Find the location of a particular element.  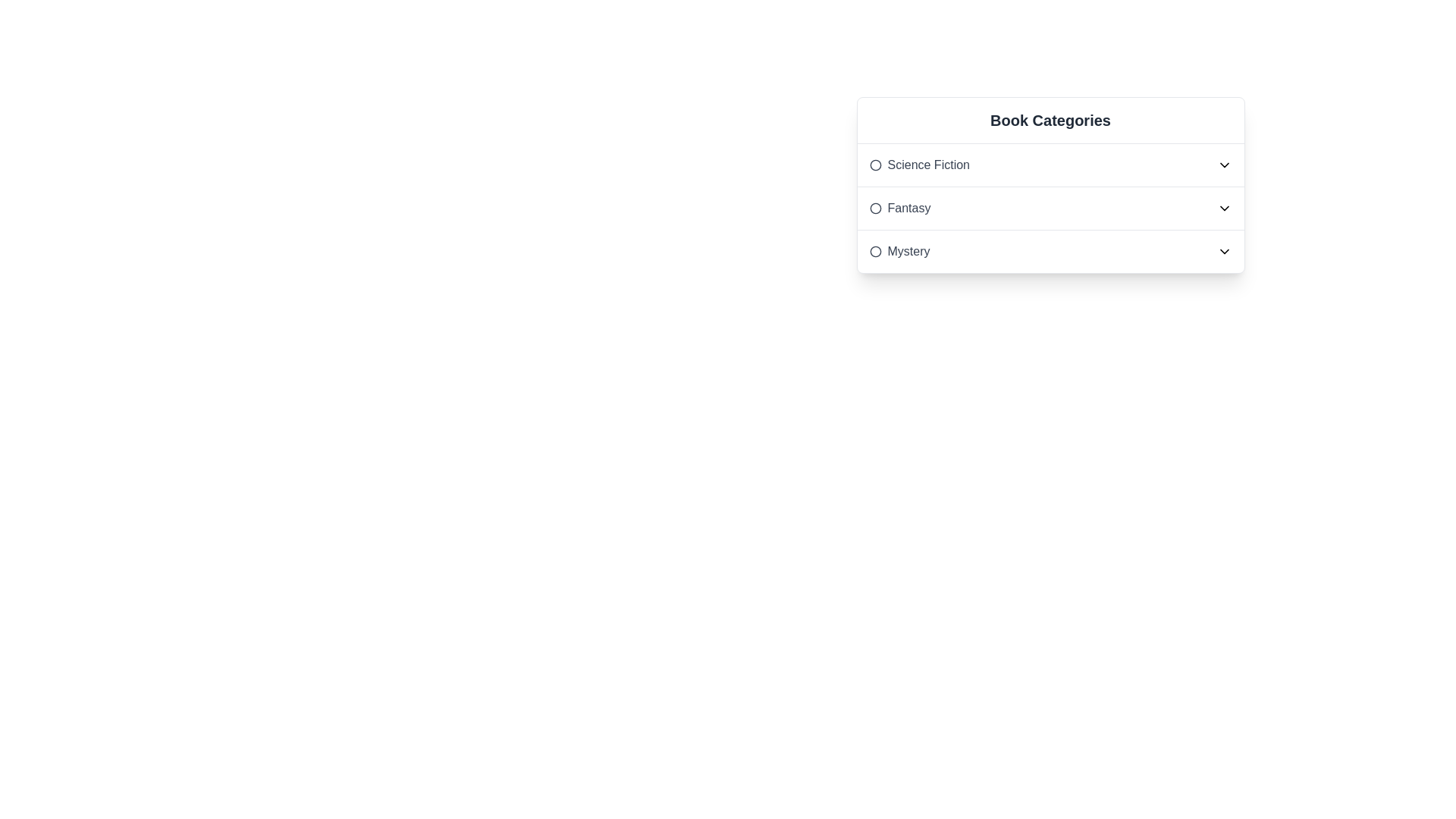

the Circular selection indicator located within the 'Book Categories' section, adjacent to the 'Science Fiction' text is located at coordinates (875, 165).